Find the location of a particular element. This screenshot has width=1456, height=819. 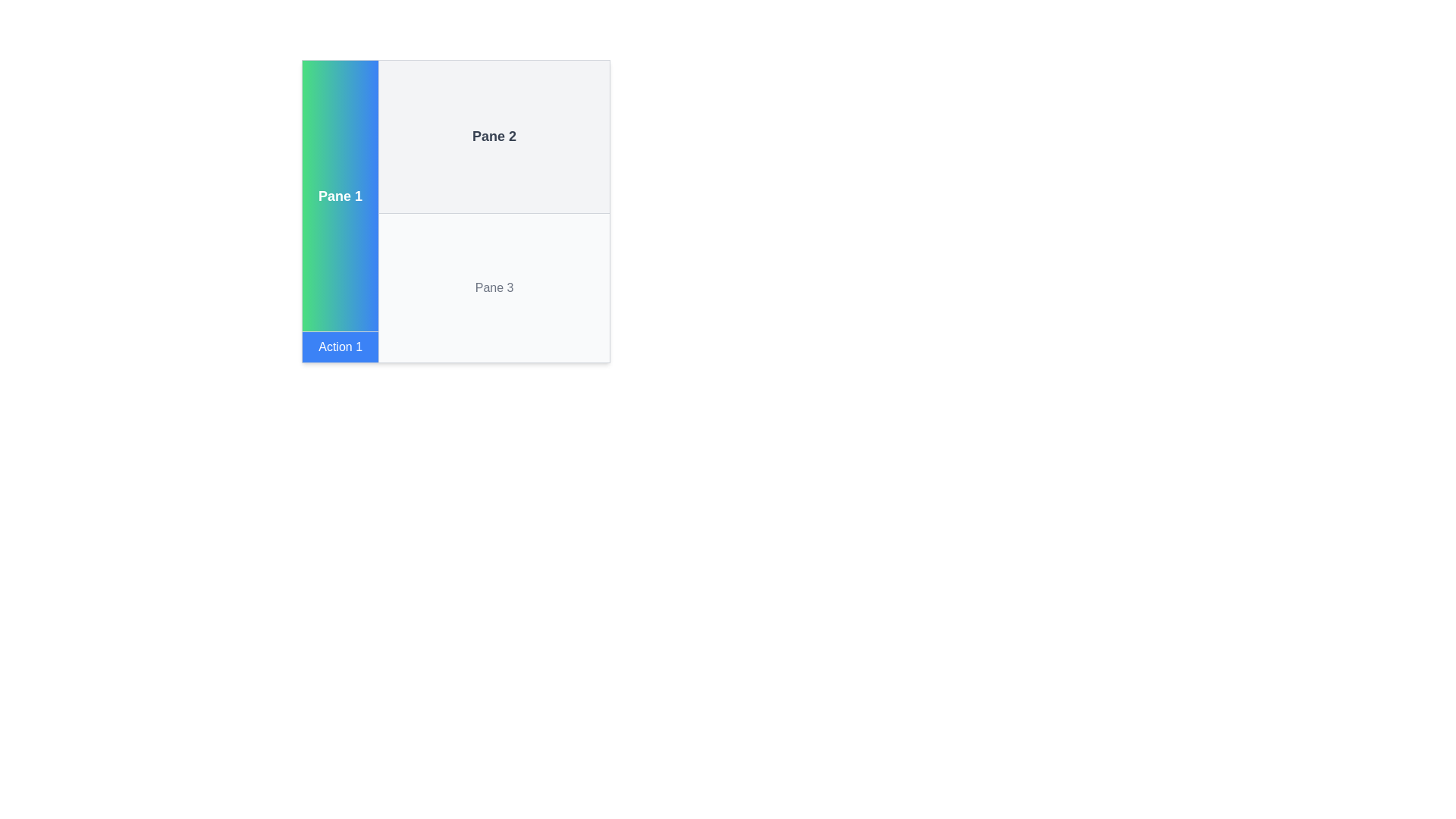

the 'Action 1' button located at the bottom of 'Pane 1' with a blue background and white text is located at coordinates (340, 347).